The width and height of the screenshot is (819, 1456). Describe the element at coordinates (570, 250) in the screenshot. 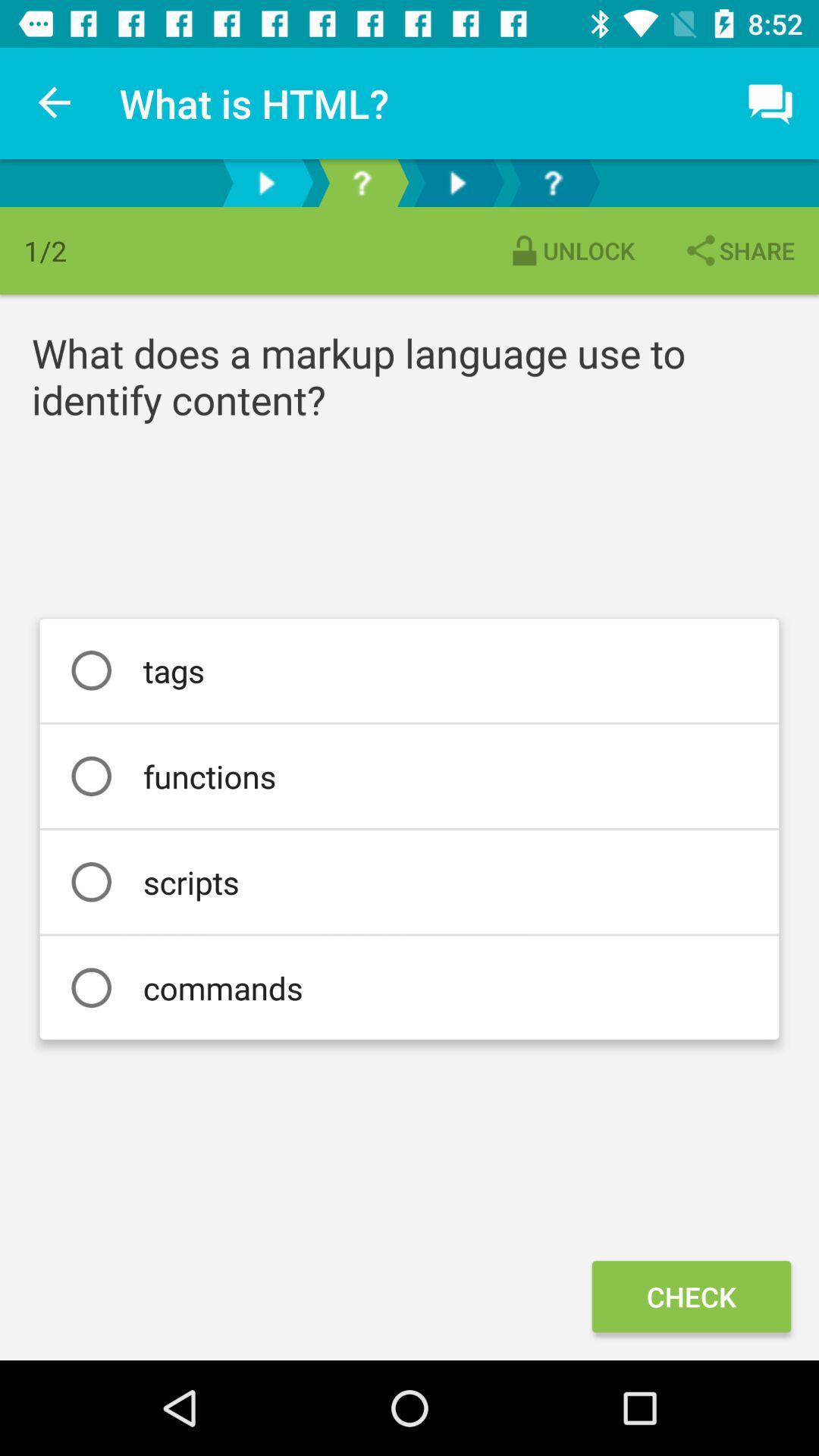

I see `item to the left of the share item` at that location.